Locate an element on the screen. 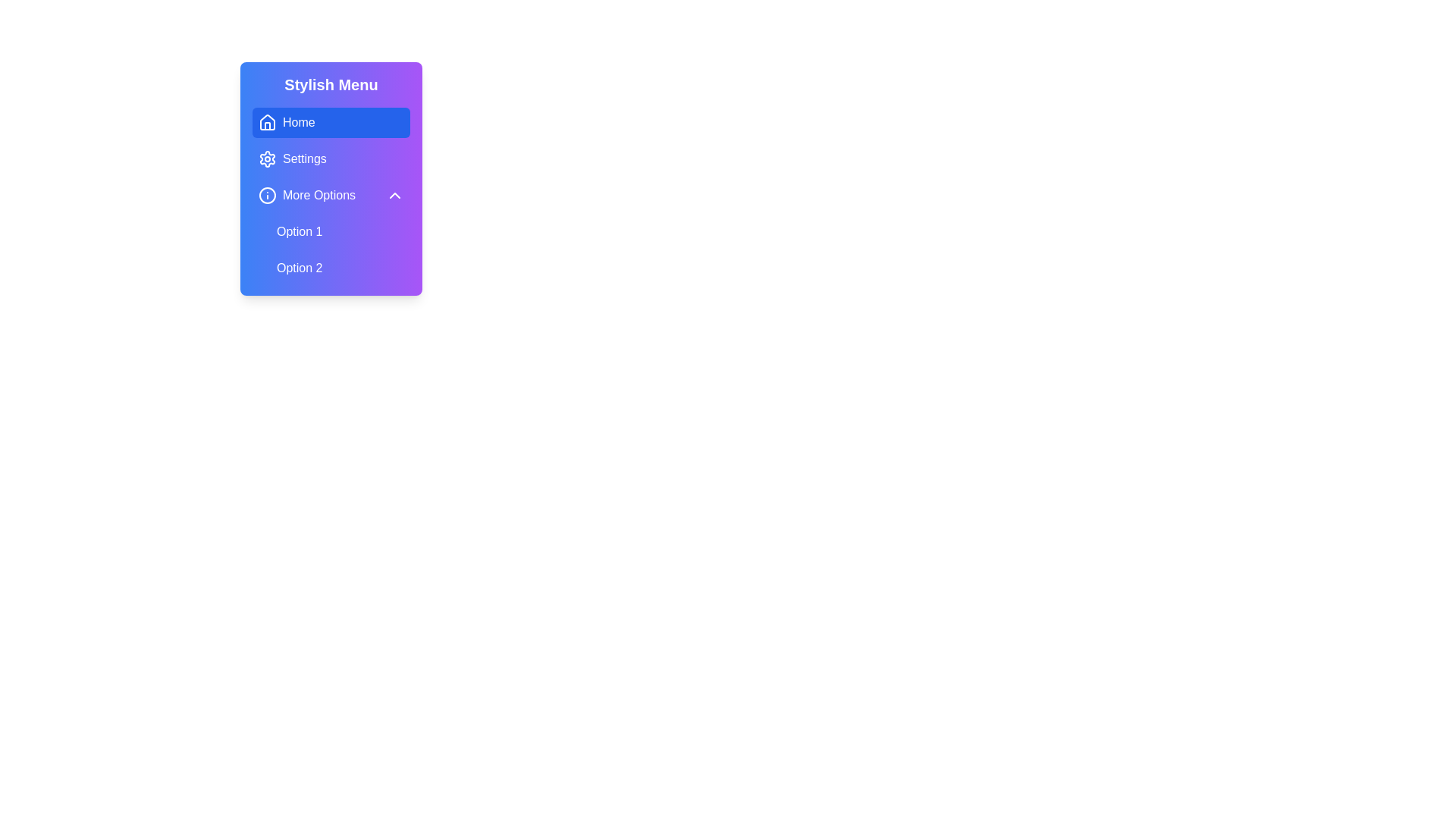  the 'More Options' label with an information icon is located at coordinates (306, 195).